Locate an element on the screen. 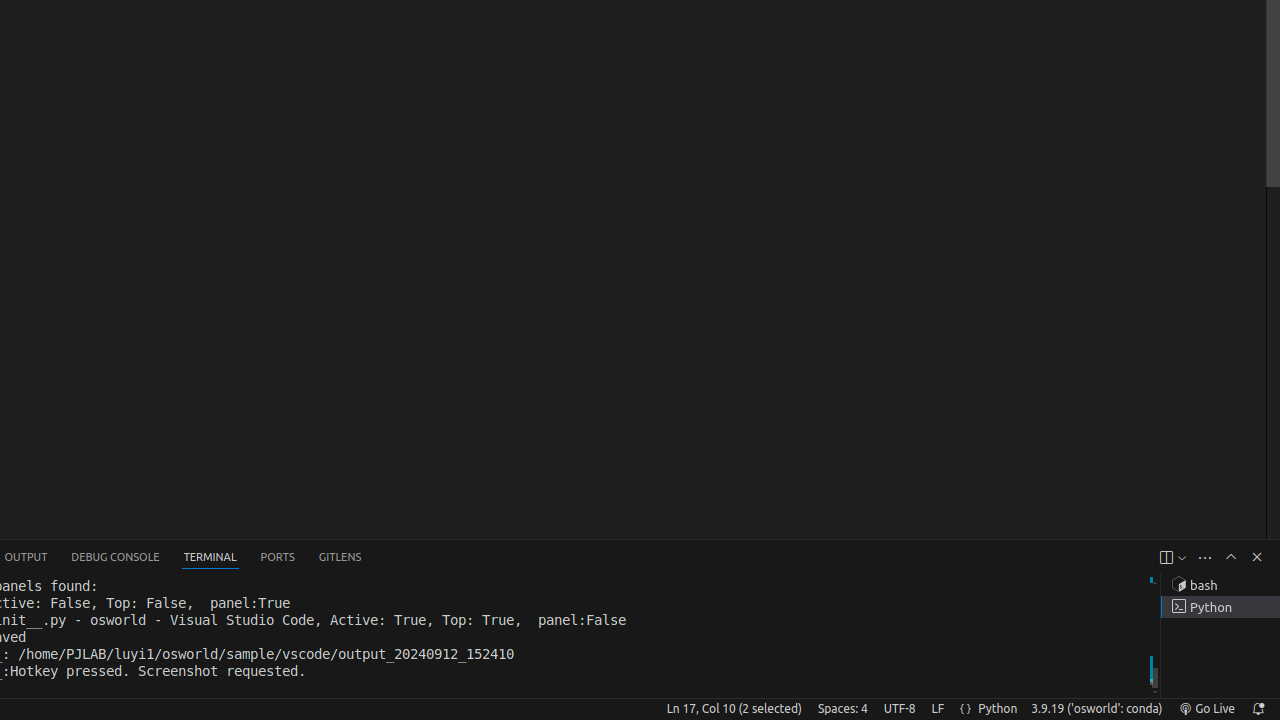 Image resolution: width=1280 pixels, height=720 pixels. 'broadcast Go Live, Click to run live server' is located at coordinates (1205, 707).